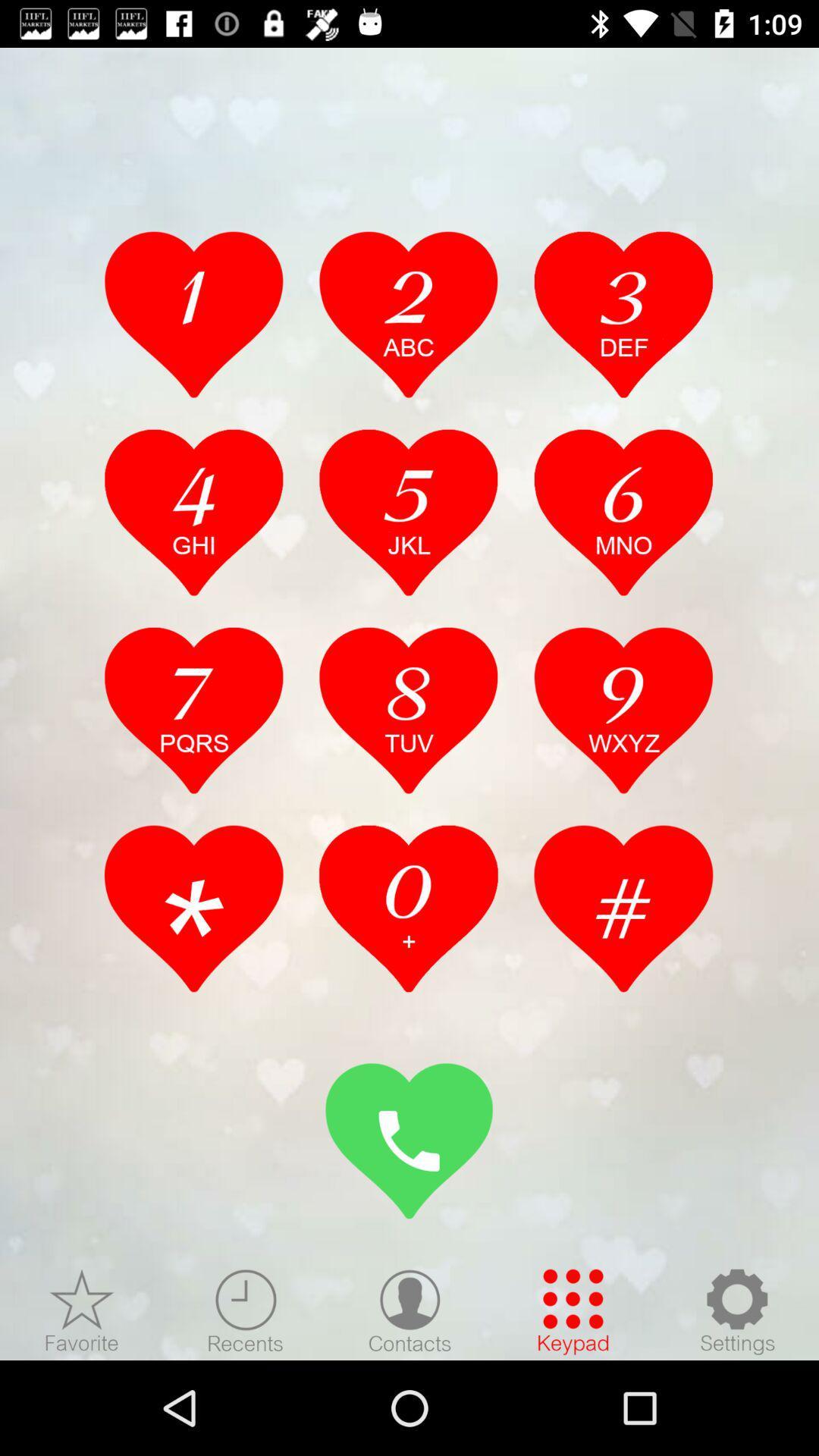  Describe the element at coordinates (623, 908) in the screenshot. I see `hashtag key select` at that location.